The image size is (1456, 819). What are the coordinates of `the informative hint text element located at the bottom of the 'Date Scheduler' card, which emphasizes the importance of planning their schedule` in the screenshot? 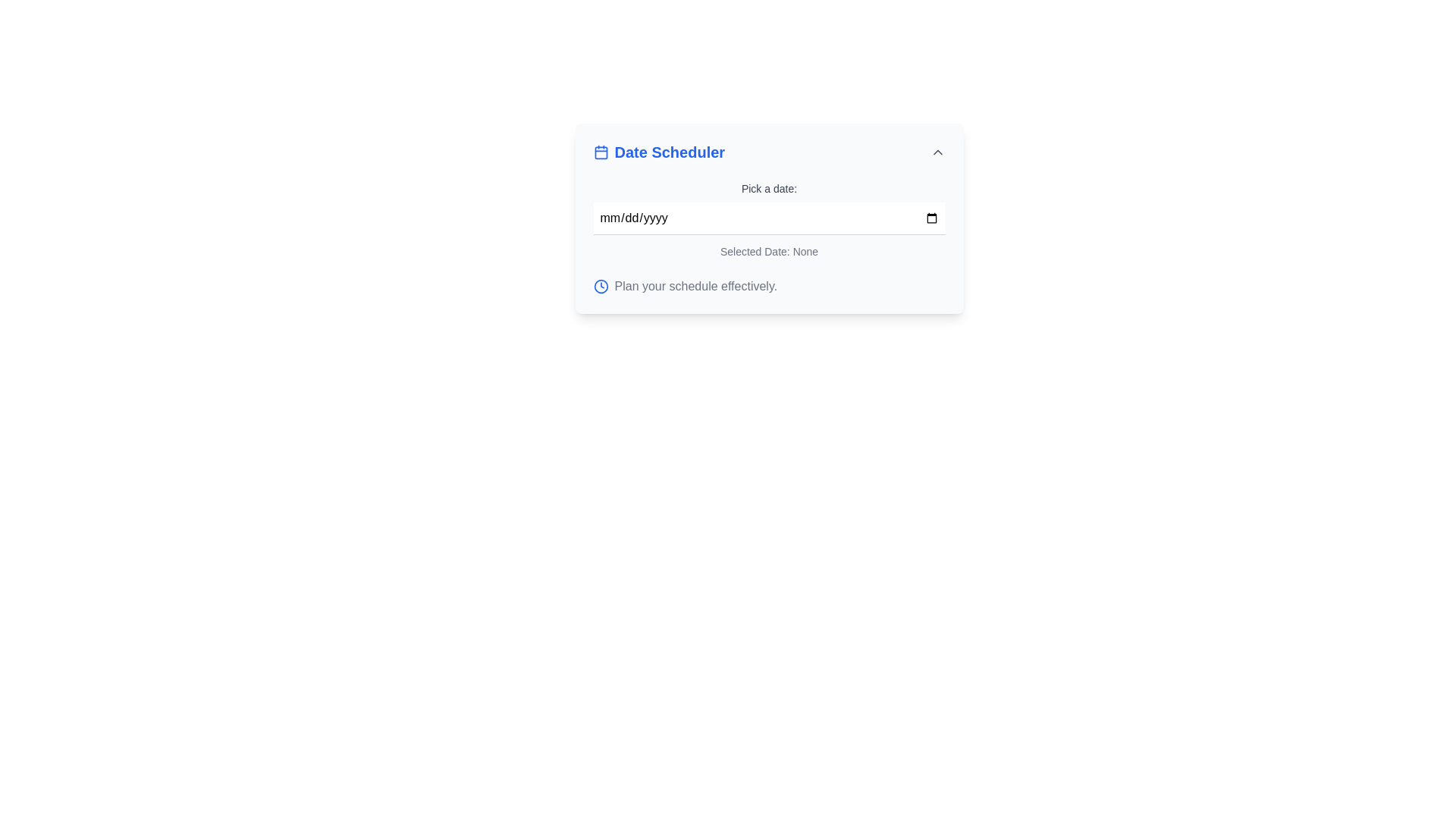 It's located at (769, 287).